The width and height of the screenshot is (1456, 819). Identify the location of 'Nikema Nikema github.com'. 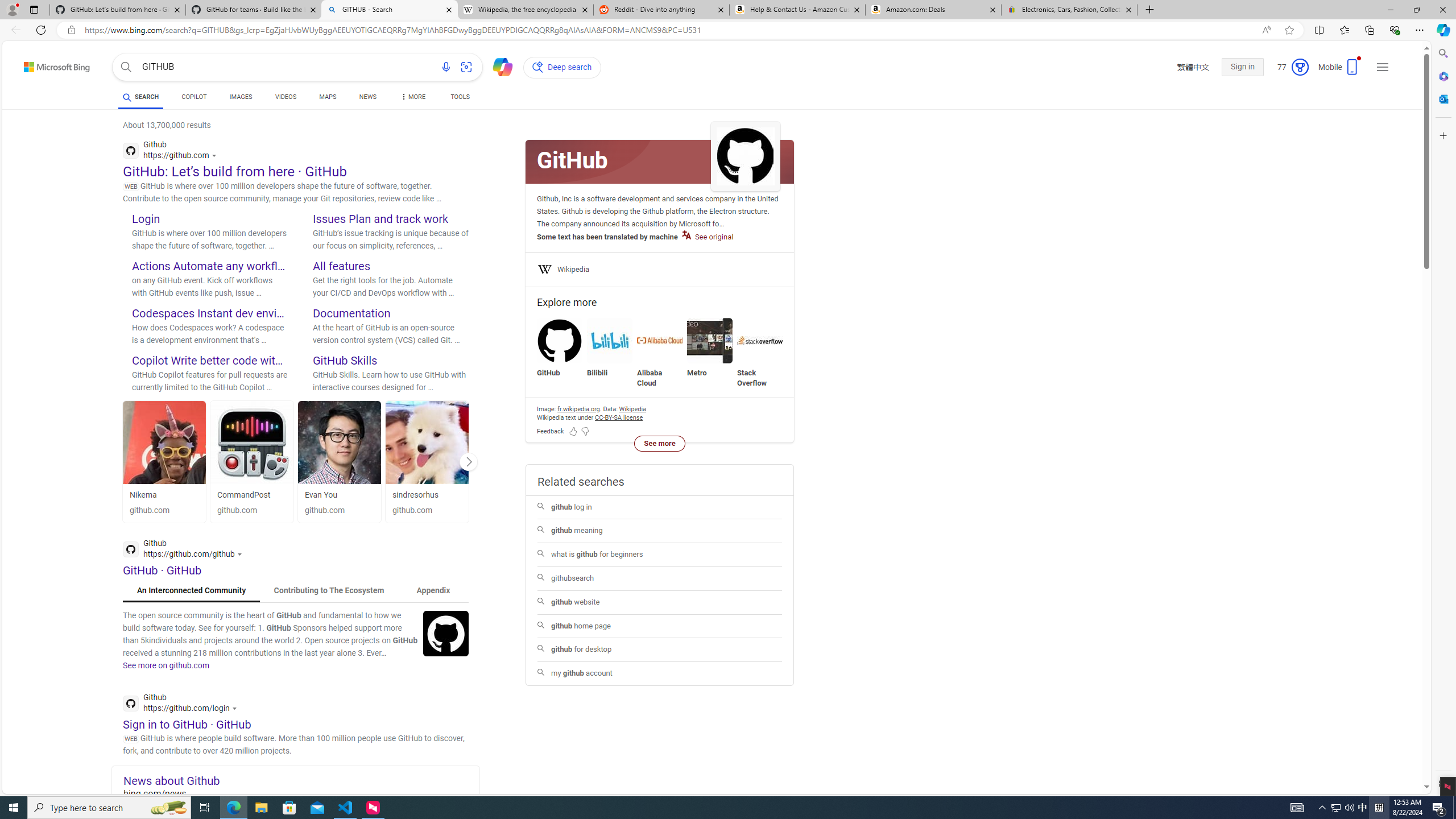
(164, 461).